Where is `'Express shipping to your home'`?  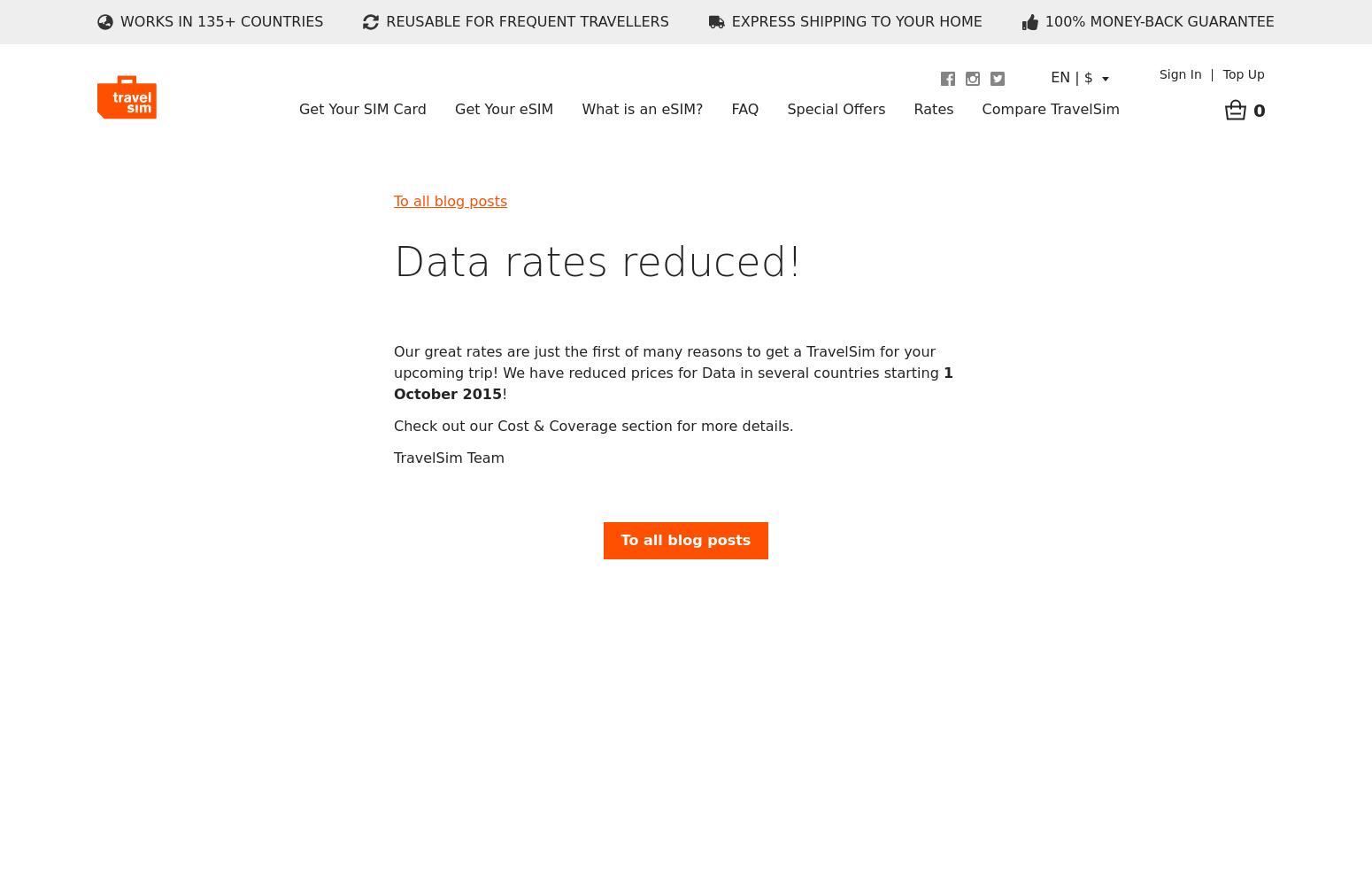
'Express shipping to your home' is located at coordinates (855, 21).